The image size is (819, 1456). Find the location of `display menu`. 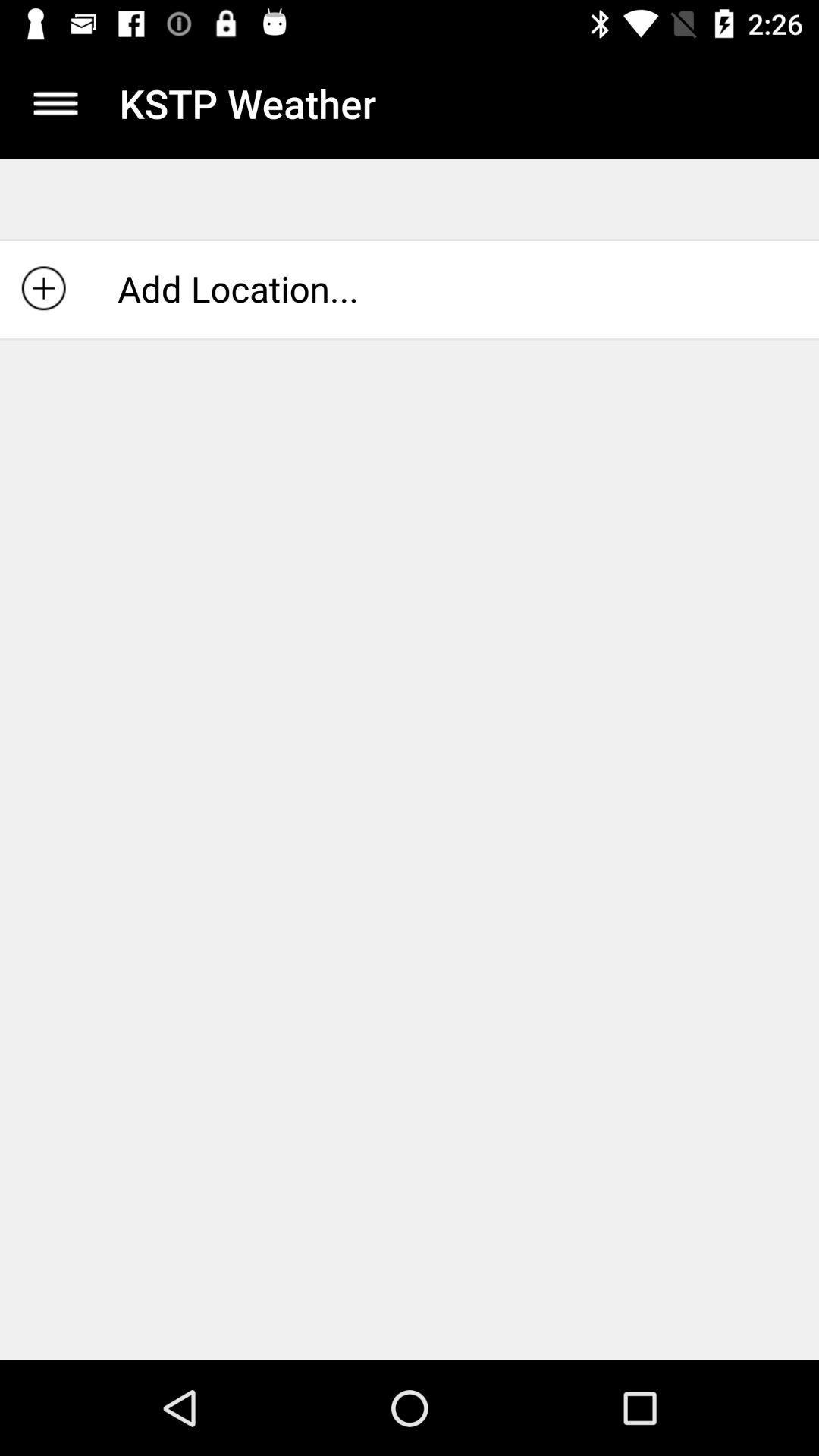

display menu is located at coordinates (55, 102).